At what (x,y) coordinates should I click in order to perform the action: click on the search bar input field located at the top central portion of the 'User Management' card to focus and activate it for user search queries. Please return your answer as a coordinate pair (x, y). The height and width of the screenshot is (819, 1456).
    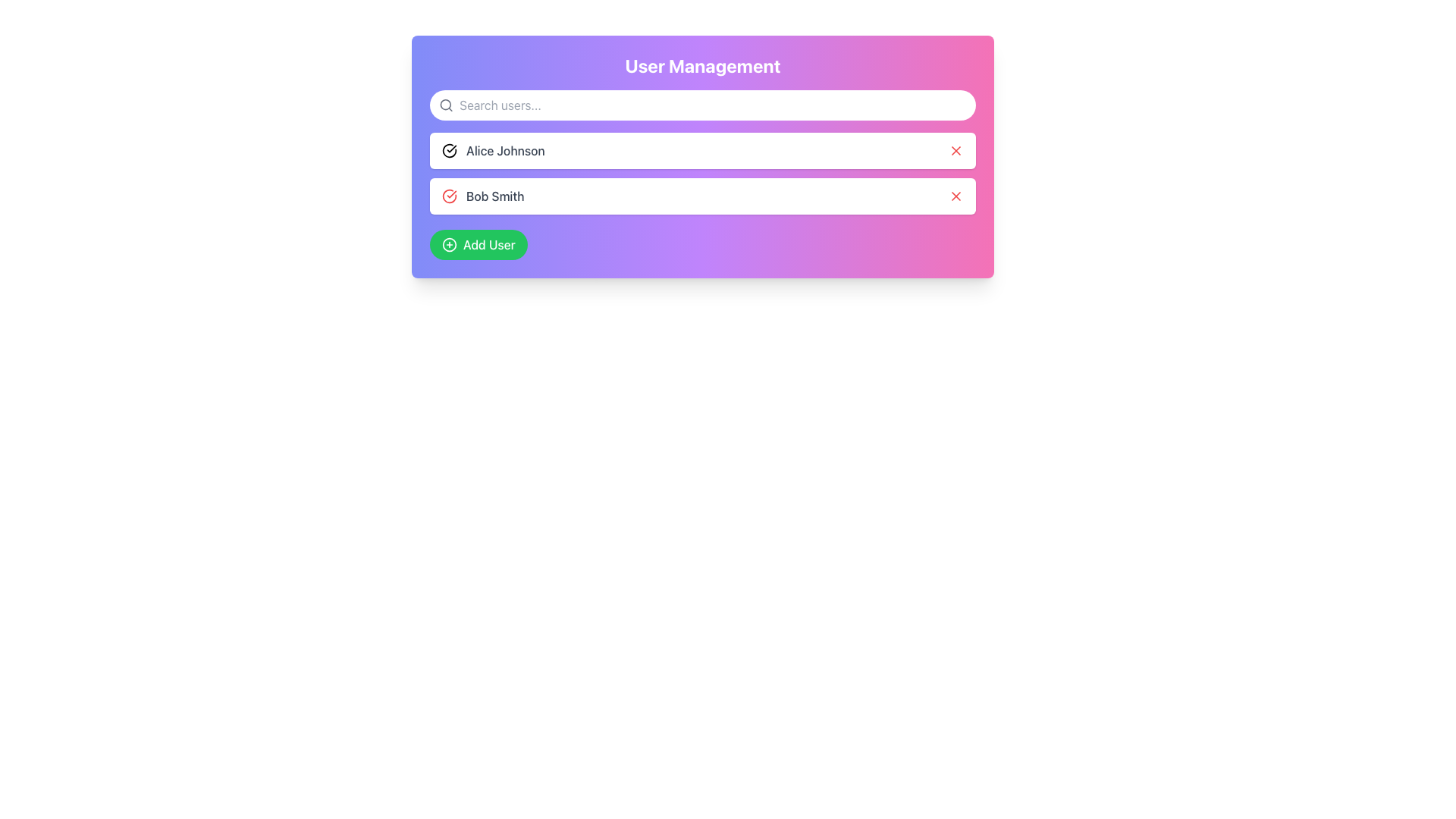
    Looking at the image, I should click on (701, 104).